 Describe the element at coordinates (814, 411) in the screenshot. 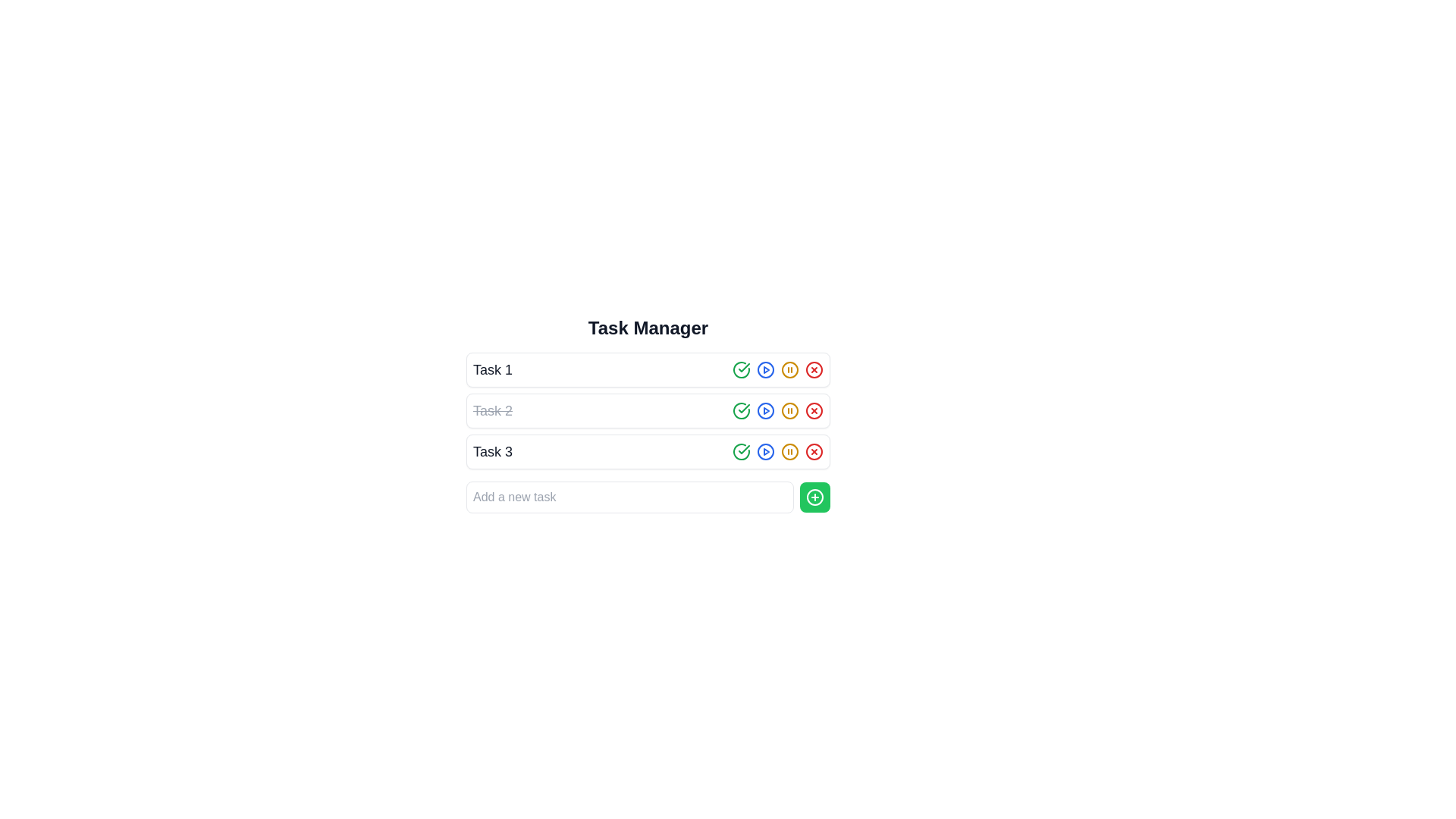

I see `the delete icon button located at the top-right group of interactive controls for the second task` at that location.